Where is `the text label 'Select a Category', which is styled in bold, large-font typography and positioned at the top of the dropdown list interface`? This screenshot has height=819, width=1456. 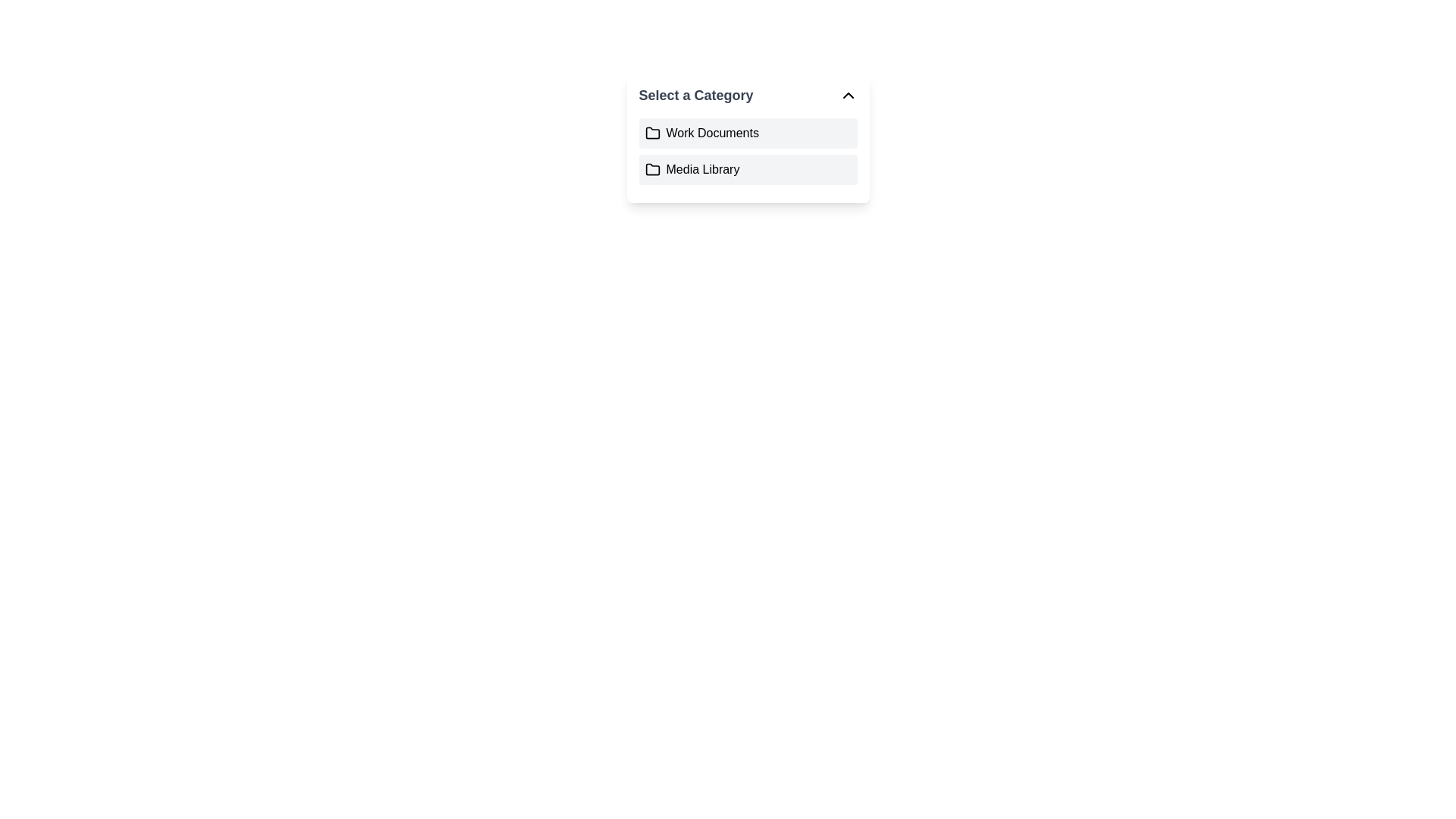
the text label 'Select a Category', which is styled in bold, large-font typography and positioned at the top of the dropdown list interface is located at coordinates (695, 96).